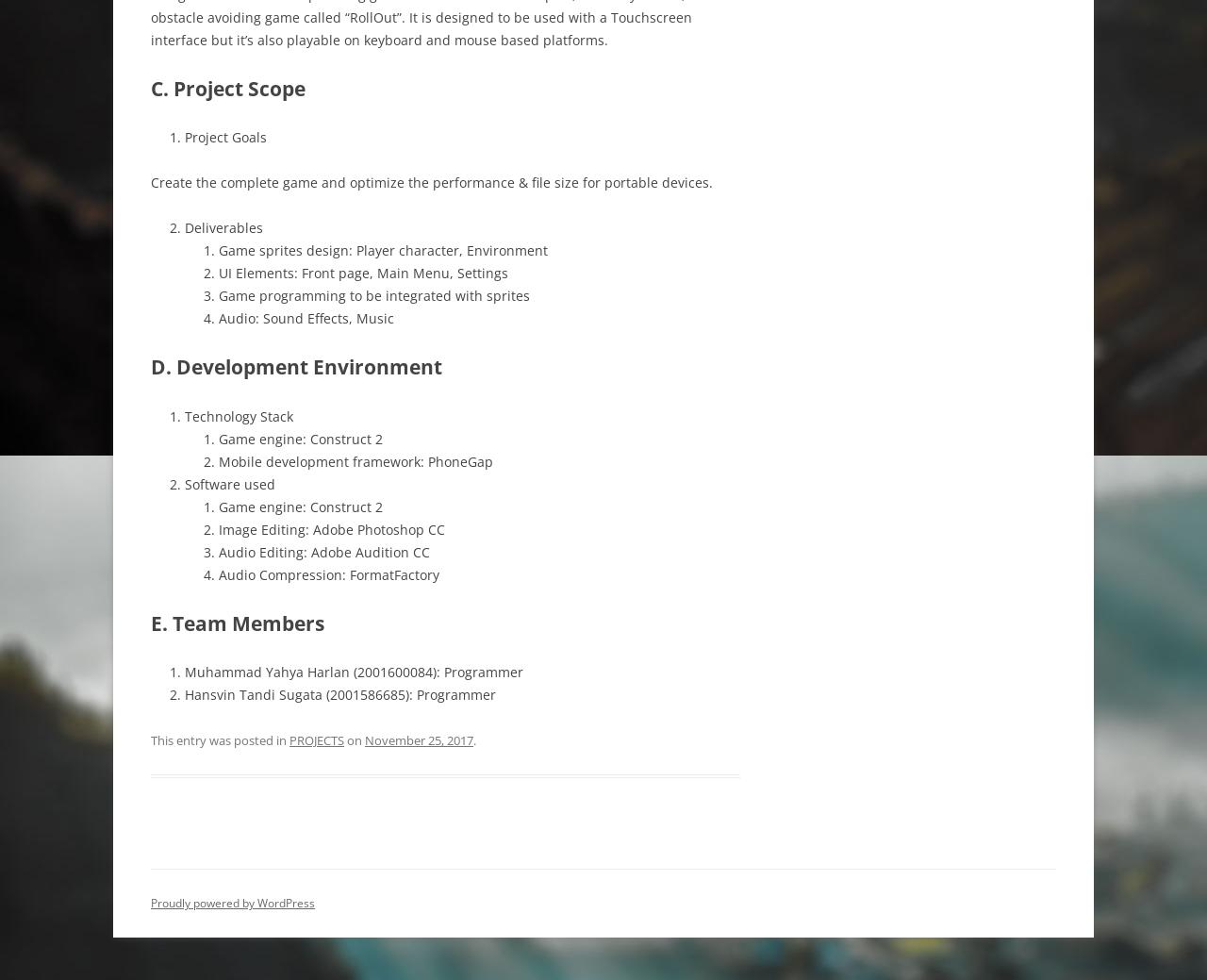 This screenshot has width=1207, height=980. Describe the element at coordinates (220, 739) in the screenshot. I see `'This entry was posted in'` at that location.